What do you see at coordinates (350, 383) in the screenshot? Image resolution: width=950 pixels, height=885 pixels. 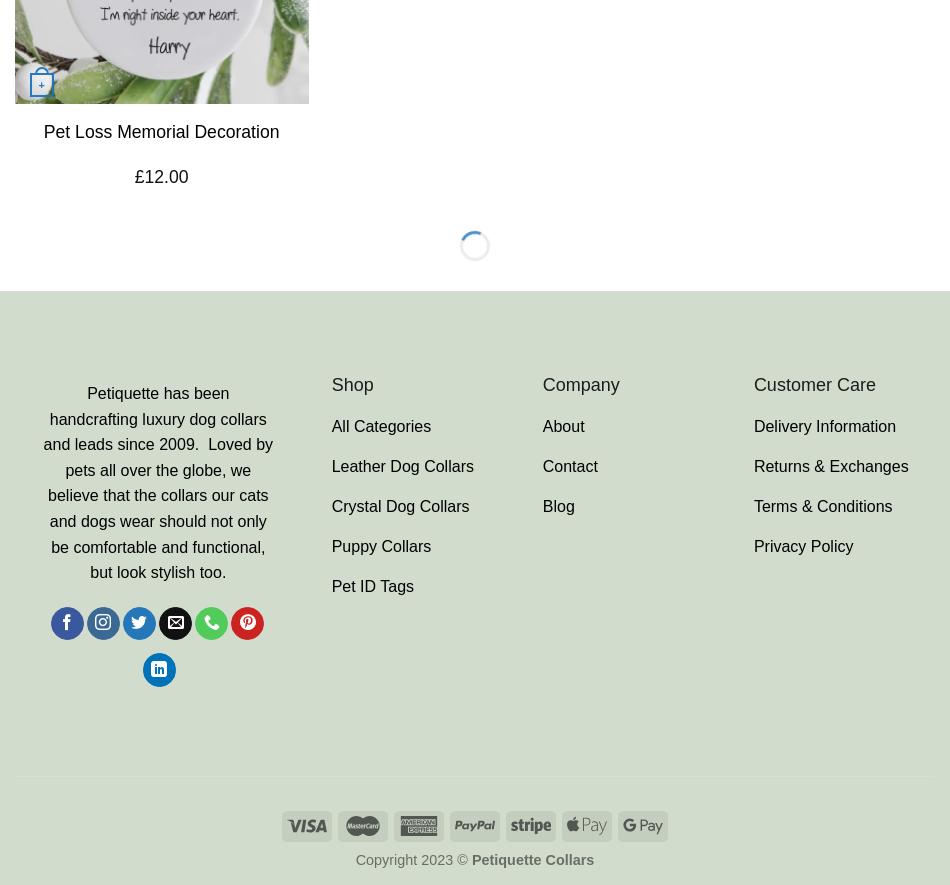 I see `'Shop'` at bounding box center [350, 383].